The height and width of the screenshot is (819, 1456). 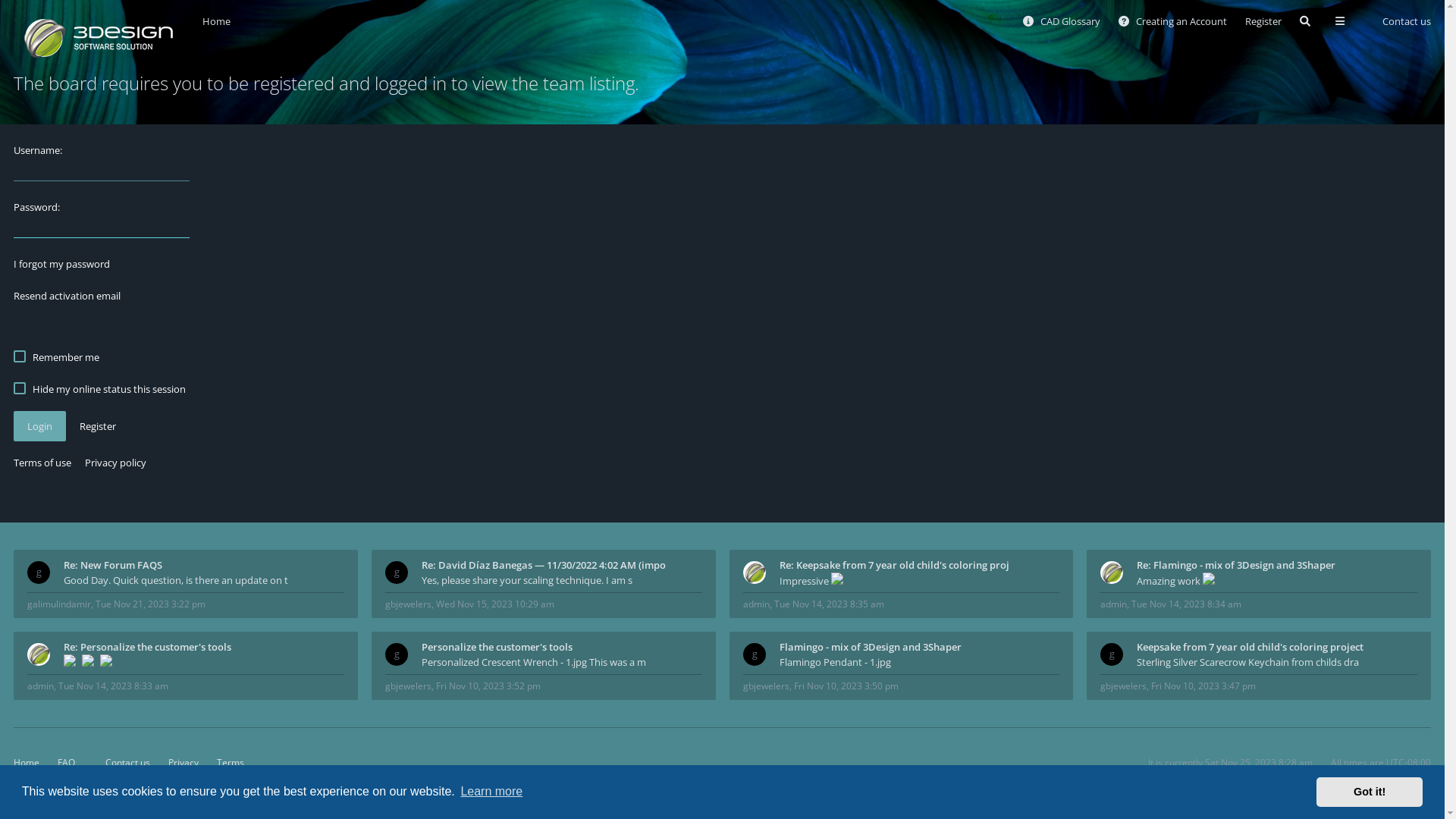 I want to click on 'Personalize the customer's tools', so click(x=422, y=646).